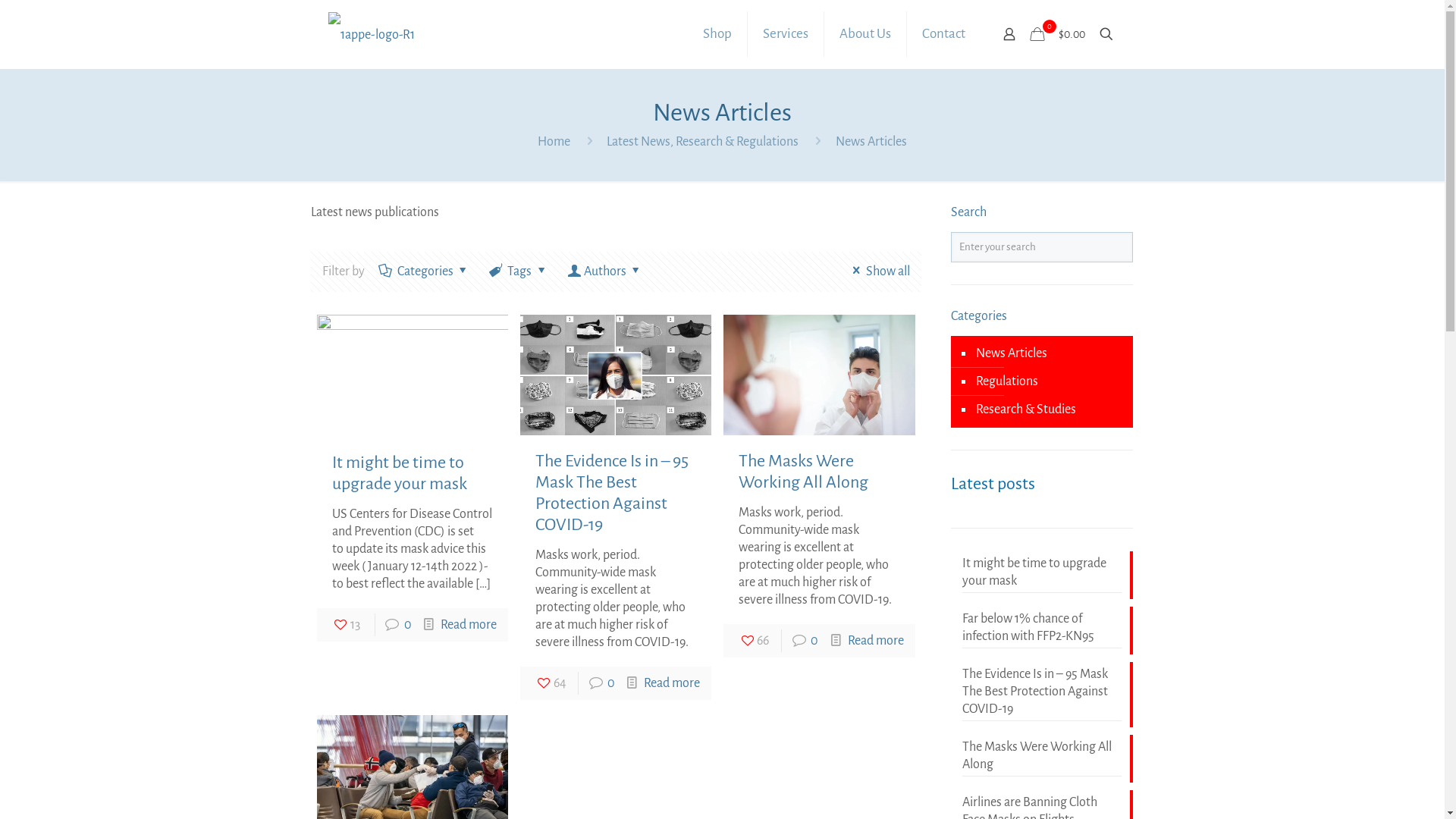 The image size is (1456, 819). Describe the element at coordinates (603, 271) in the screenshot. I see `'Authors'` at that location.